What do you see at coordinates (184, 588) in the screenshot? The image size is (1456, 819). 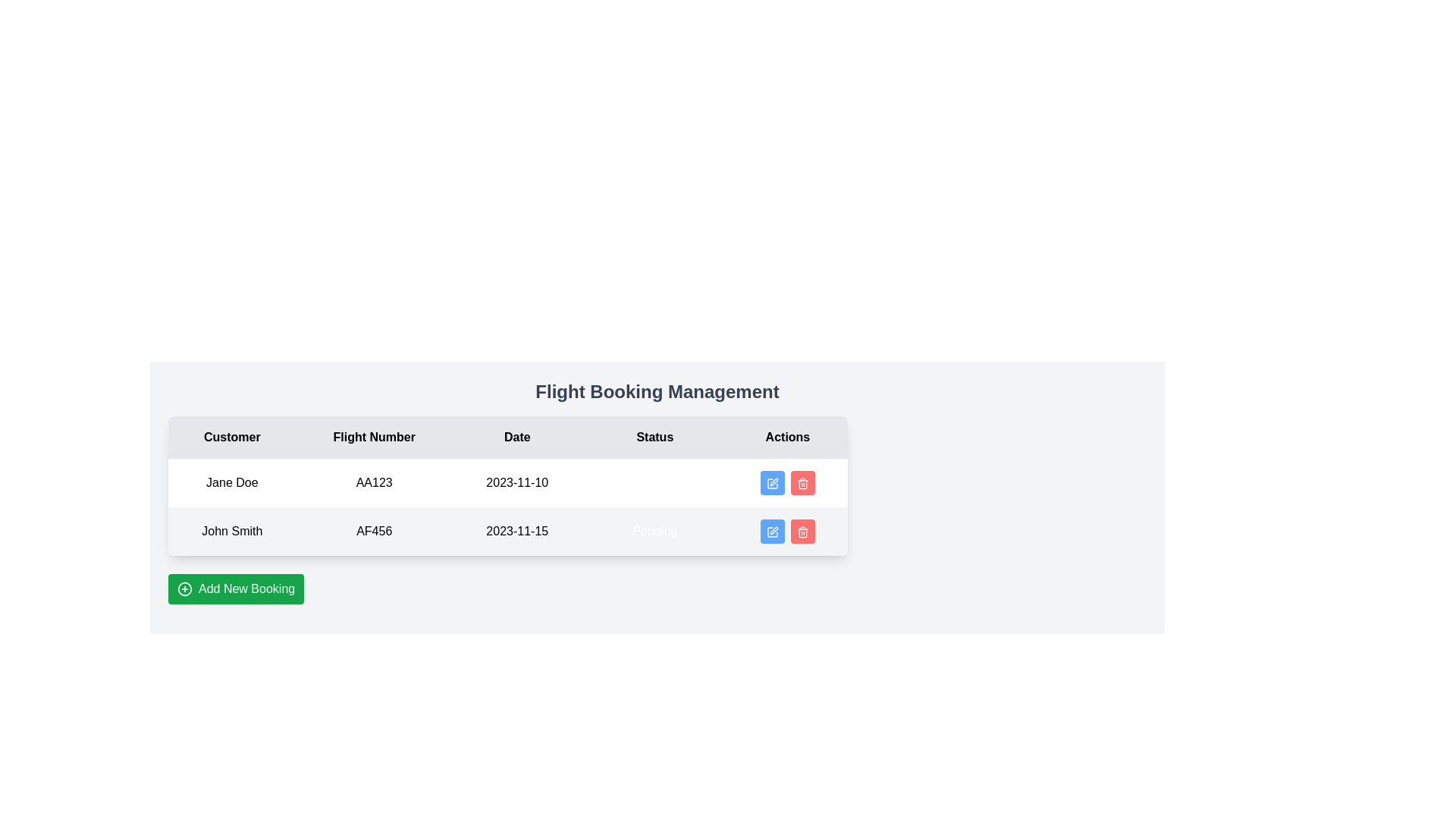 I see `the circular icon, which is a solid green circle bordered by a white circle, located within the 'Add New Booking' button` at bounding box center [184, 588].